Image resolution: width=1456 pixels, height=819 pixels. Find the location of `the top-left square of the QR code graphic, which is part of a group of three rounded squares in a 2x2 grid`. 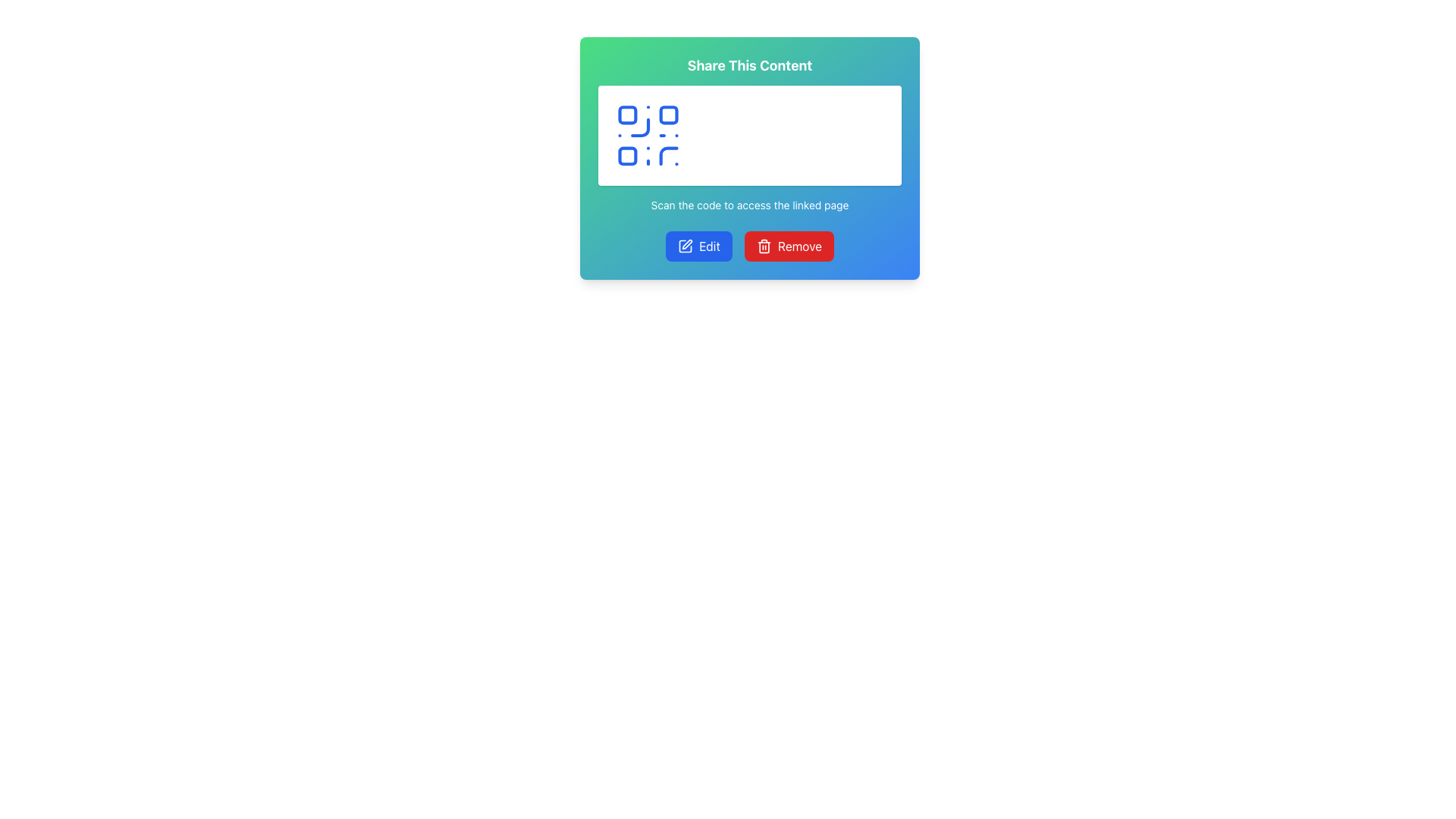

the top-left square of the QR code graphic, which is part of a group of three rounded squares in a 2x2 grid is located at coordinates (627, 114).